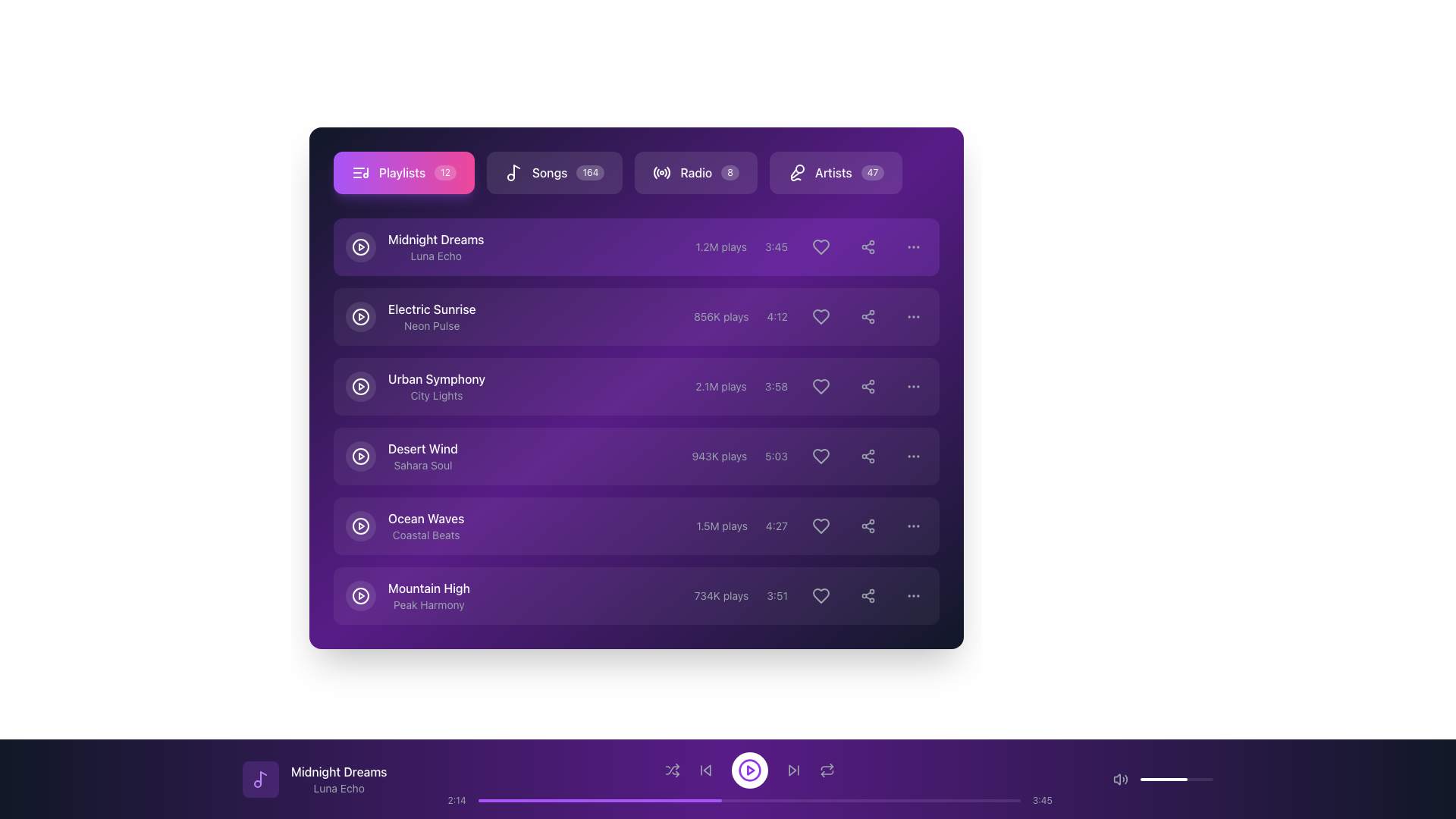 The image size is (1456, 819). What do you see at coordinates (359, 595) in the screenshot?
I see `the play button located in the left section of the row labeled 'Mountain High Peak Harmony' to observe hover effects` at bounding box center [359, 595].